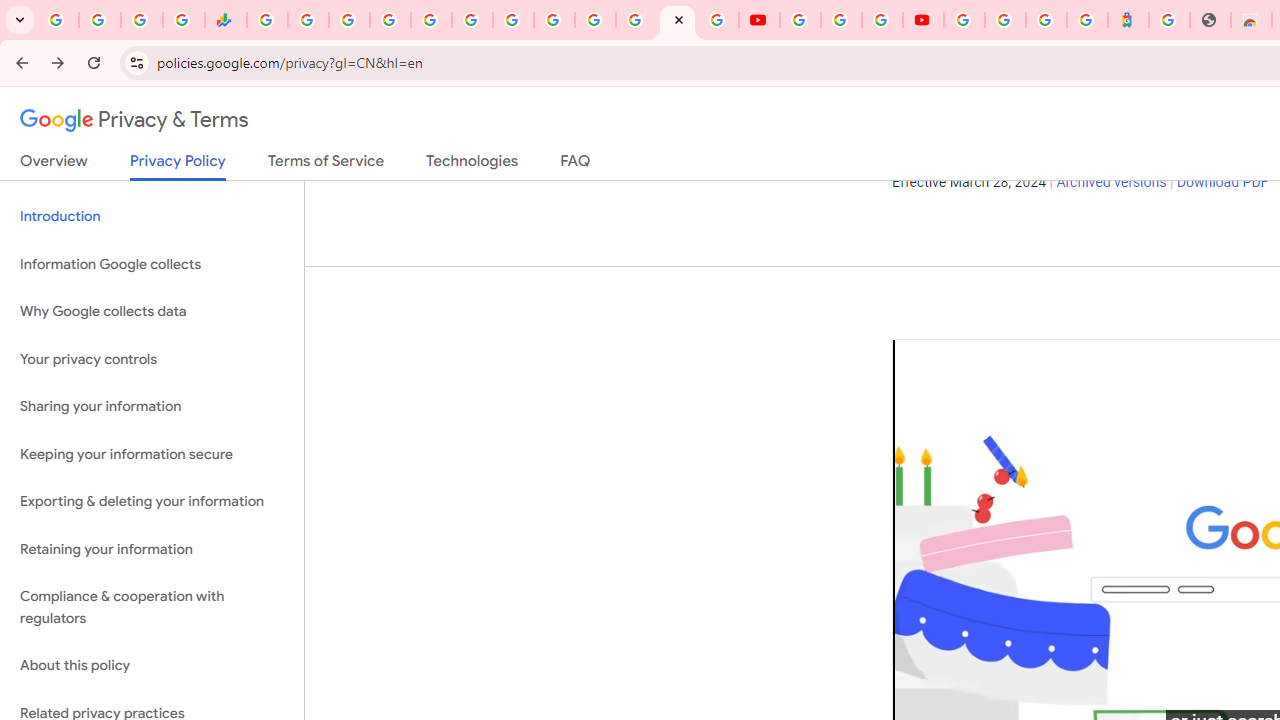  I want to click on 'Retaining your information', so click(151, 549).